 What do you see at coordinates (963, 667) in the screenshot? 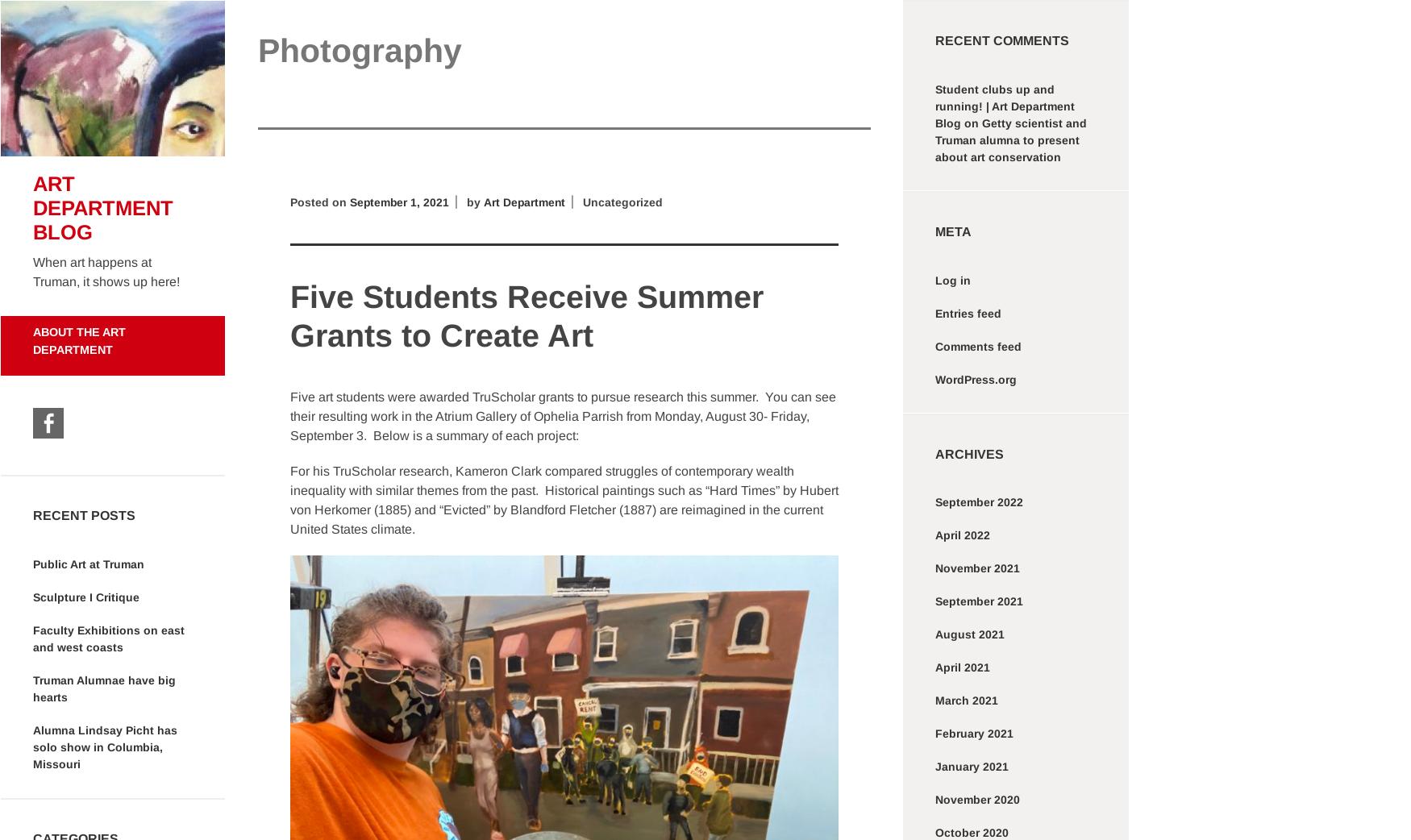
I see `'April 2021'` at bounding box center [963, 667].